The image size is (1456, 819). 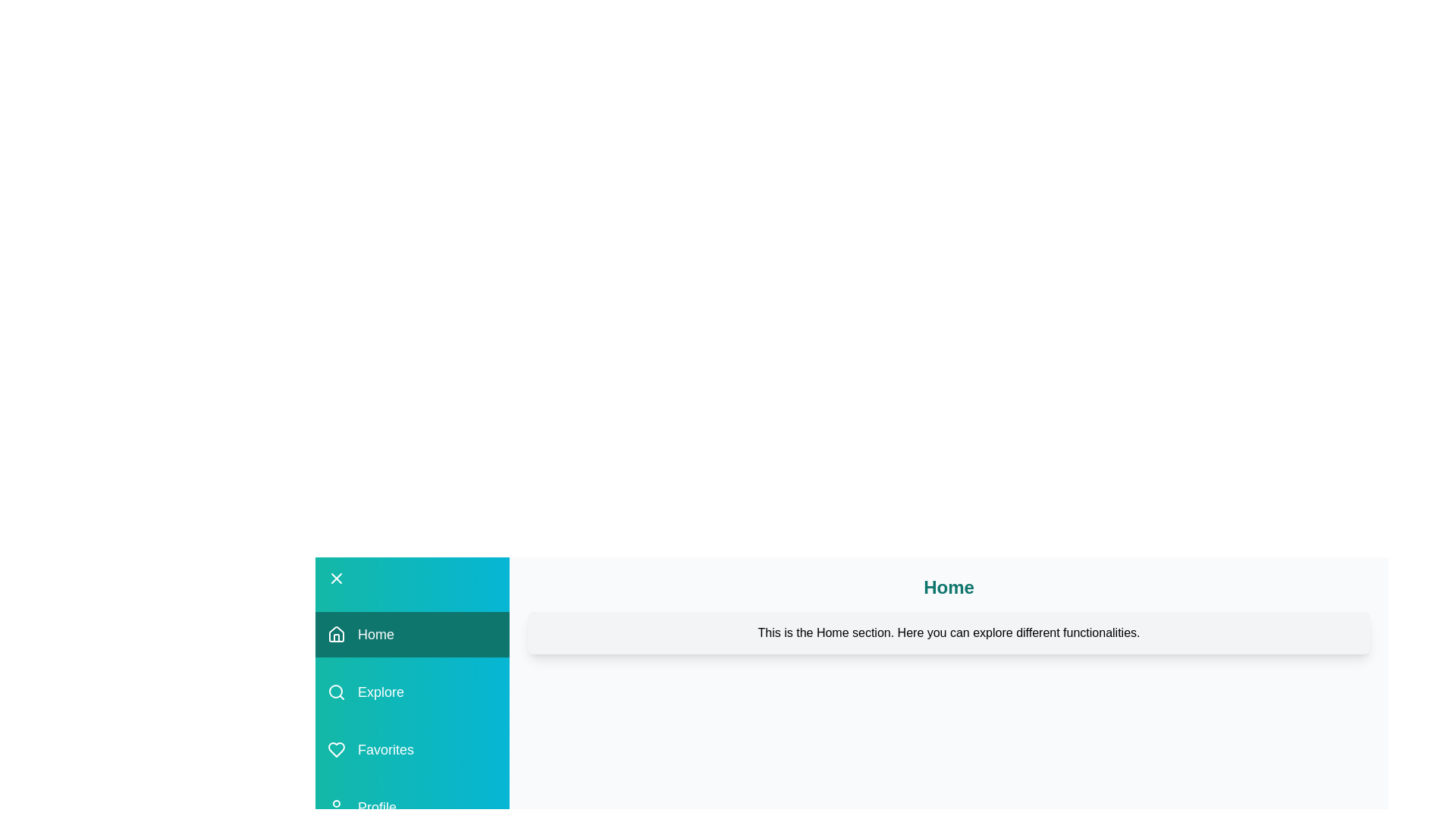 What do you see at coordinates (412, 806) in the screenshot?
I see `the Profile section in the menu` at bounding box center [412, 806].